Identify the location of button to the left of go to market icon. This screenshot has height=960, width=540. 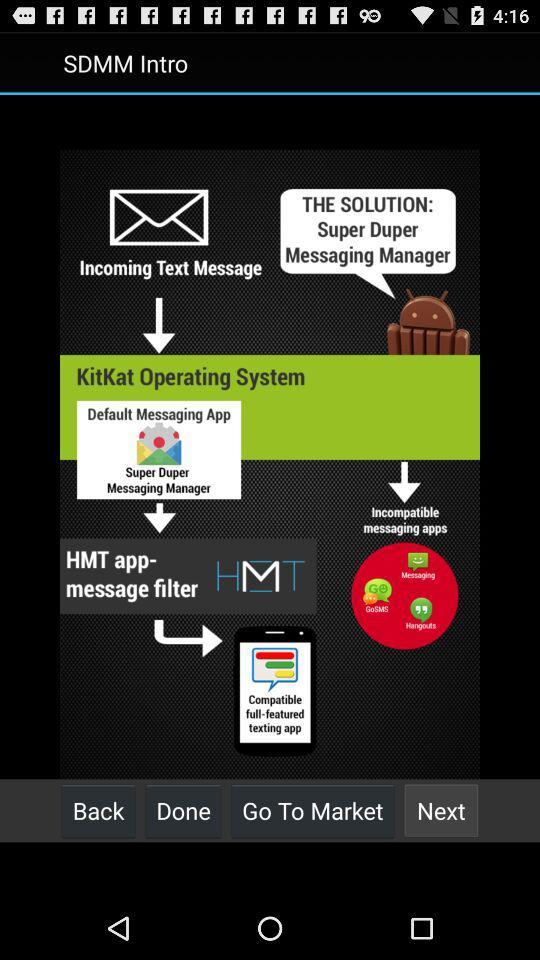
(183, 810).